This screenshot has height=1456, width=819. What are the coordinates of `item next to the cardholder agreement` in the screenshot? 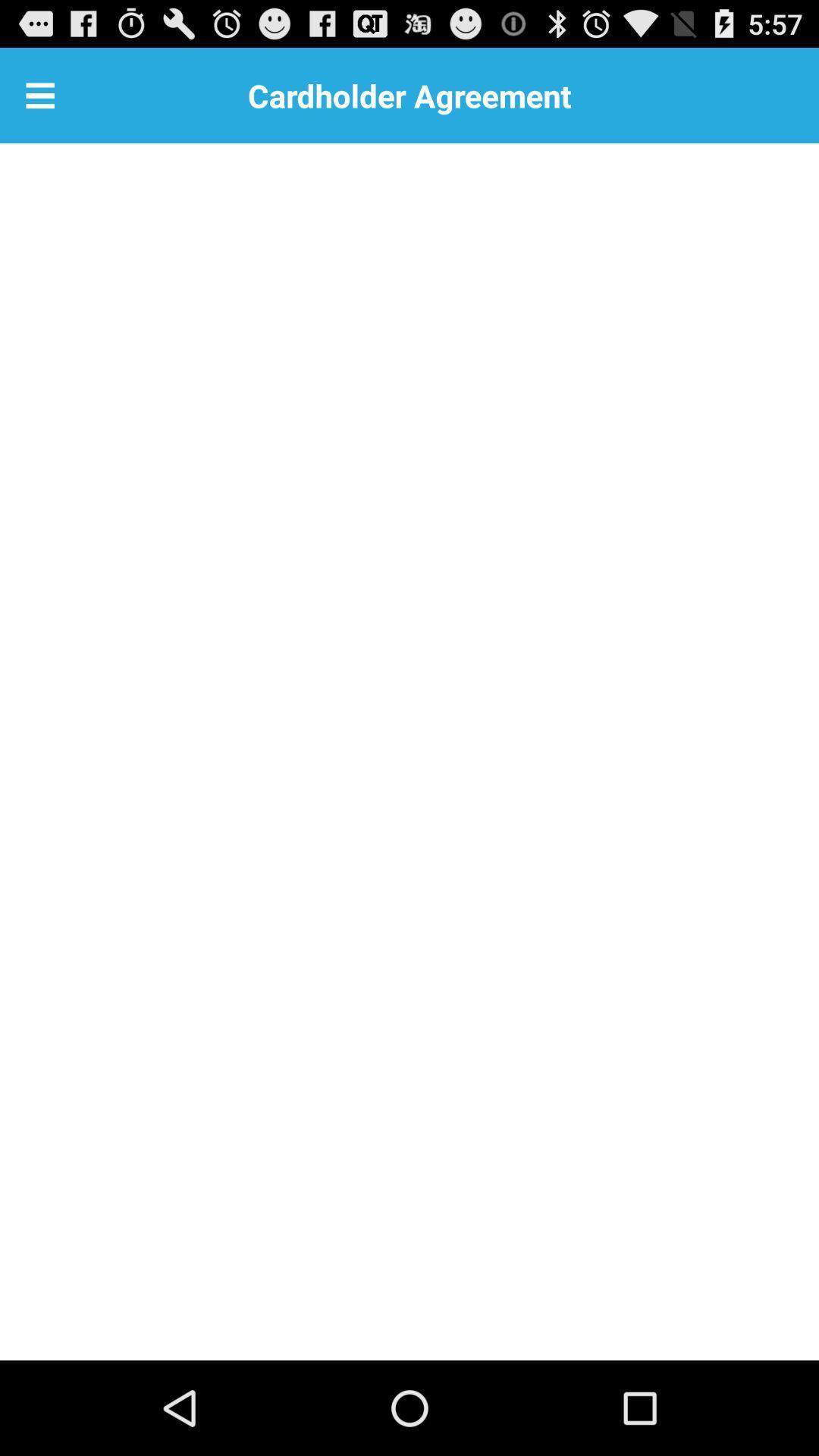 It's located at (39, 94).